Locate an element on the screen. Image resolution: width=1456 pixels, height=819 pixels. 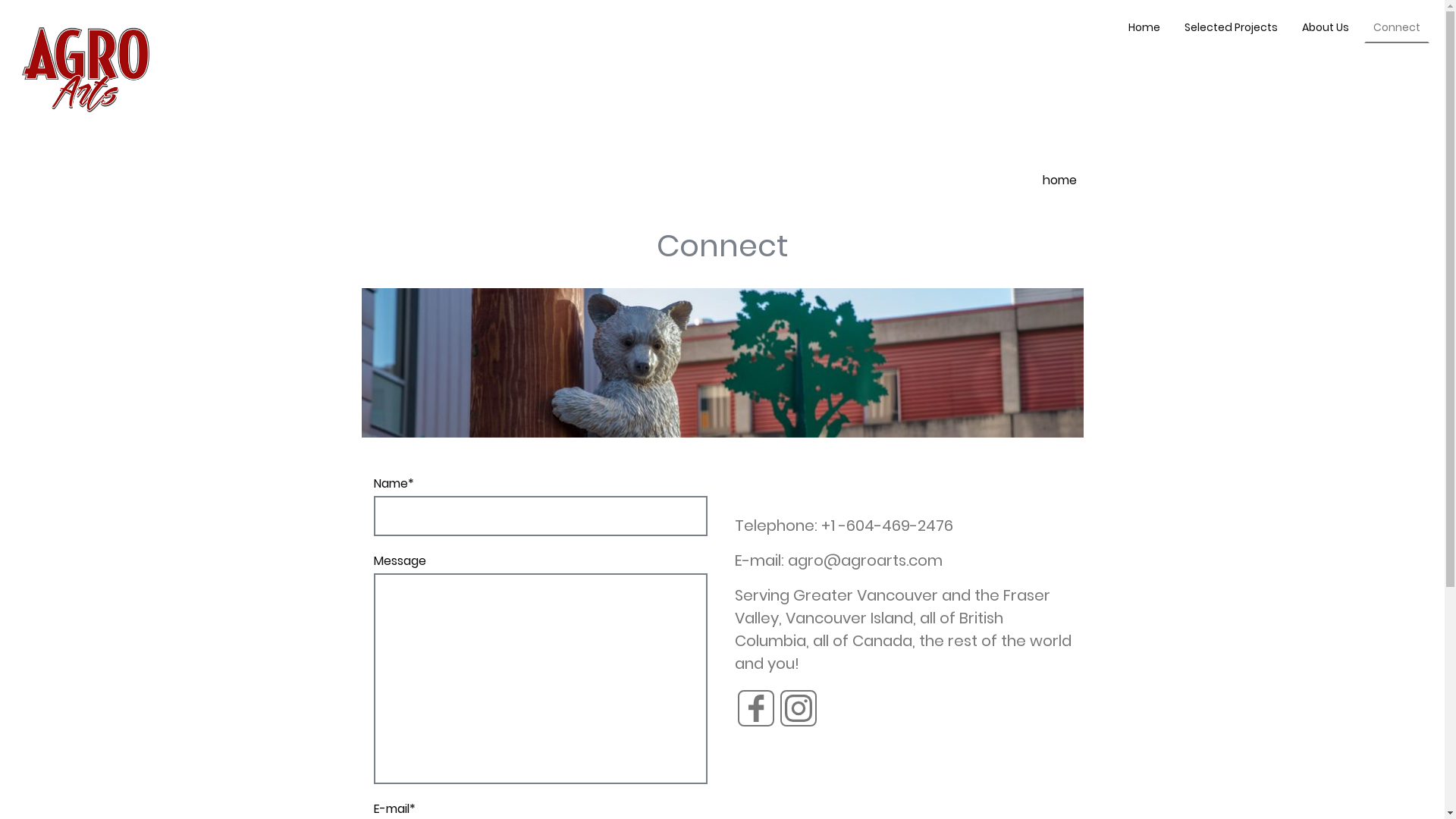
'Connect' is located at coordinates (1396, 27).